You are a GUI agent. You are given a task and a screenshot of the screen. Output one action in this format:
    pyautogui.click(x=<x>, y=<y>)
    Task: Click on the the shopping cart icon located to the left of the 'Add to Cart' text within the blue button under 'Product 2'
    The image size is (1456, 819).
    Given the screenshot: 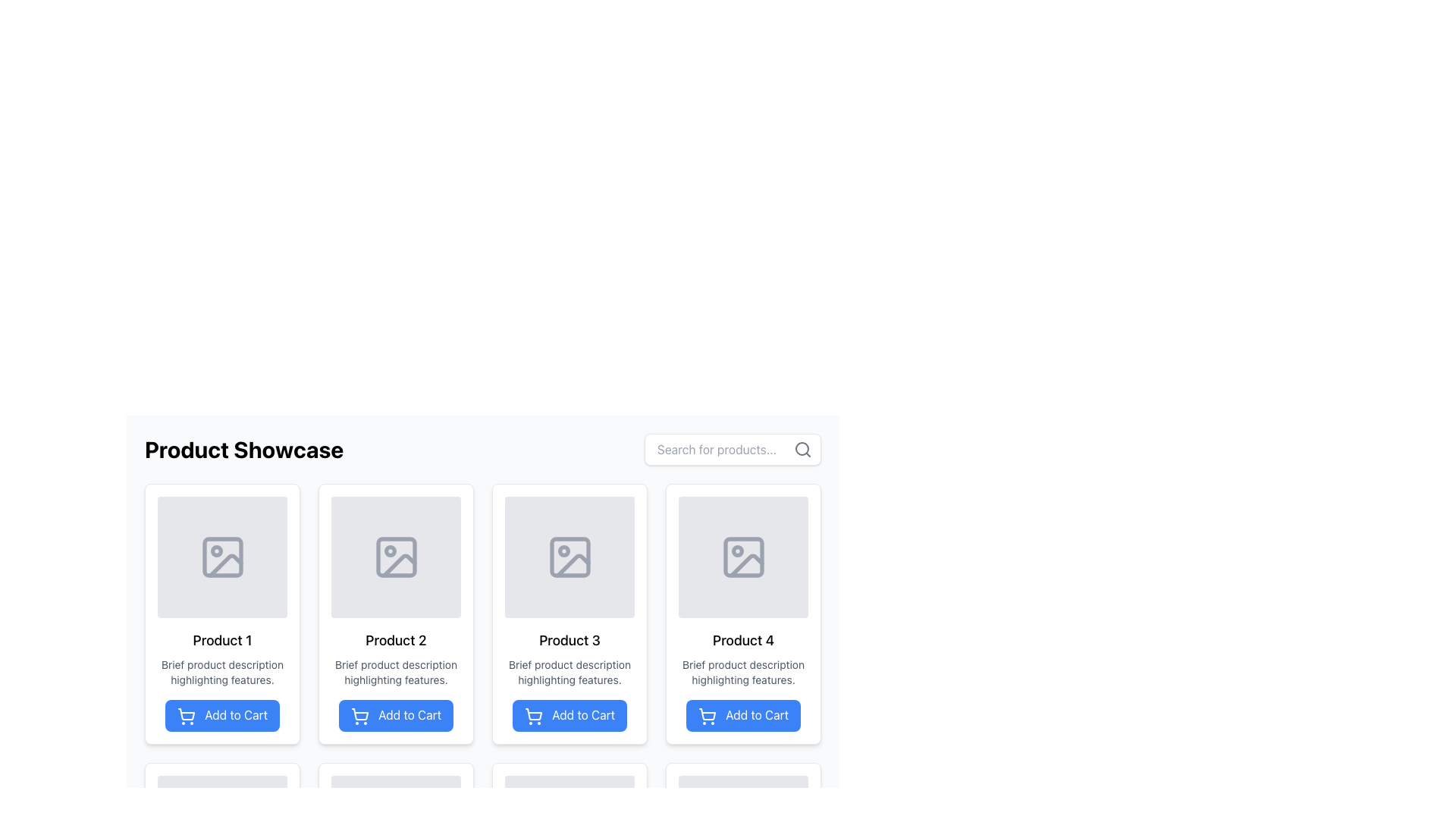 What is the action you would take?
    pyautogui.click(x=359, y=716)
    